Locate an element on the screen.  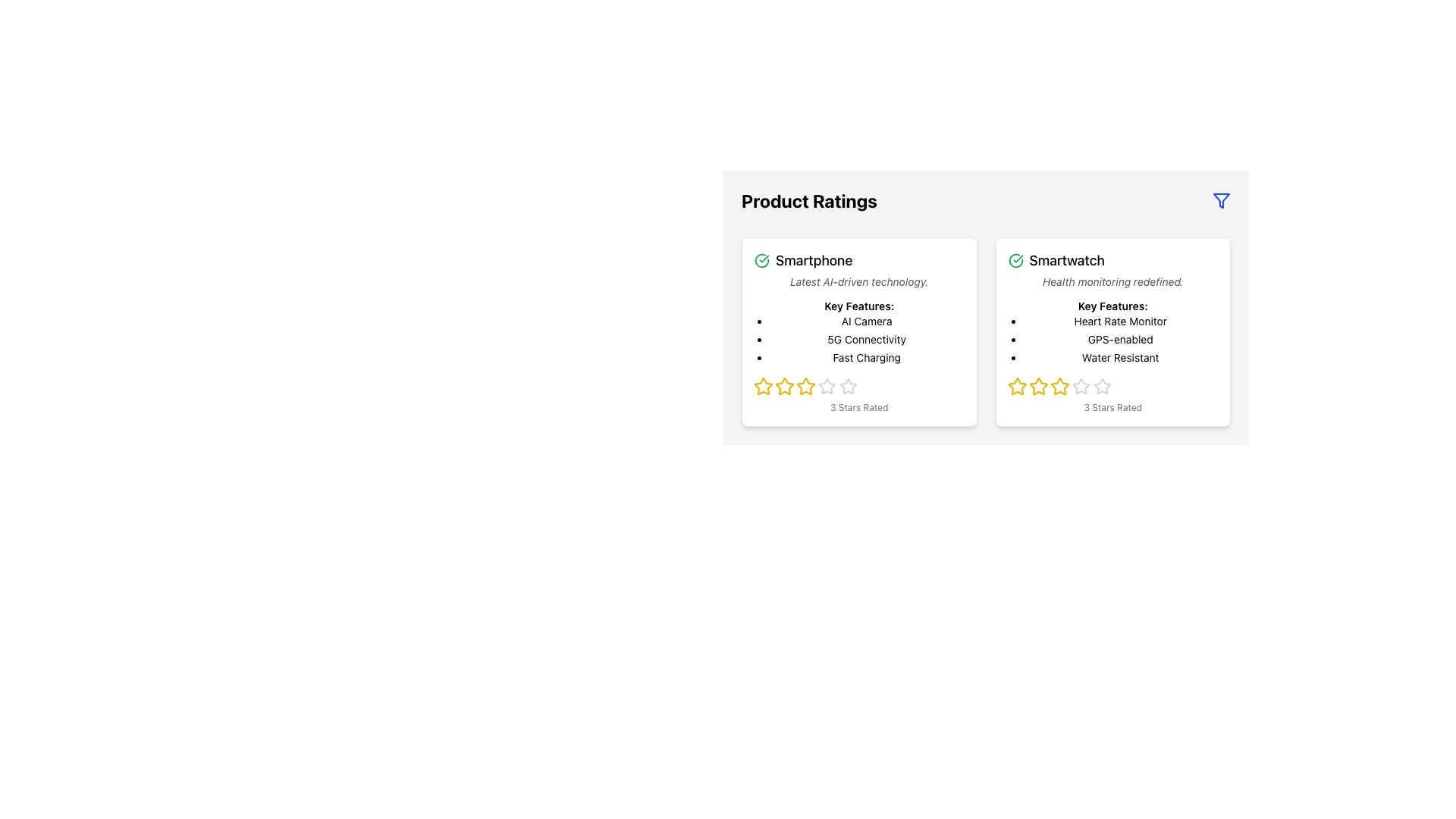
the filtering icon located in the top-right corner of the smartwatch details card is located at coordinates (1222, 200).